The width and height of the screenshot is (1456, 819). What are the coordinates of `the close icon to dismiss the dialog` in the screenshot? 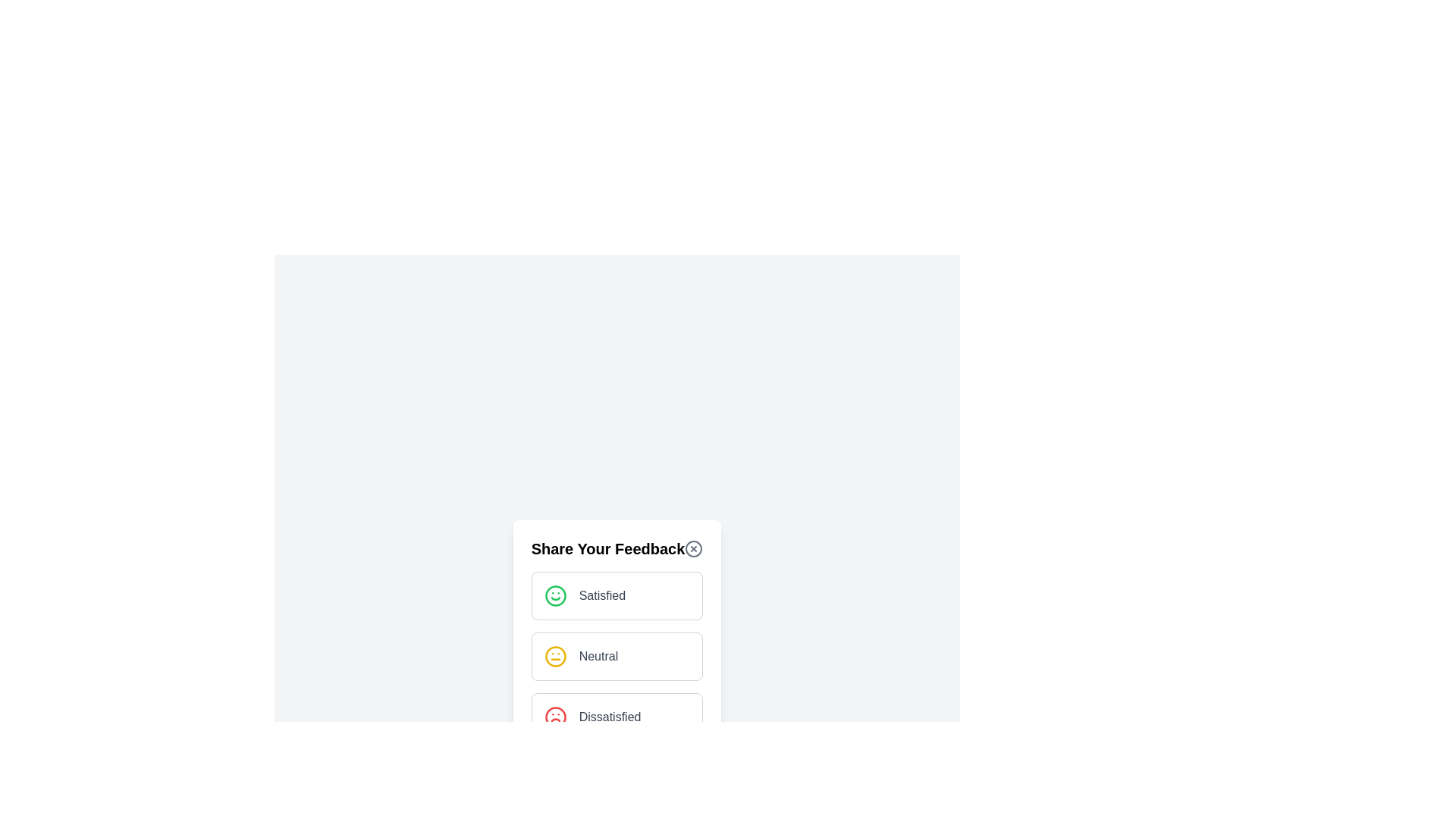 It's located at (693, 549).